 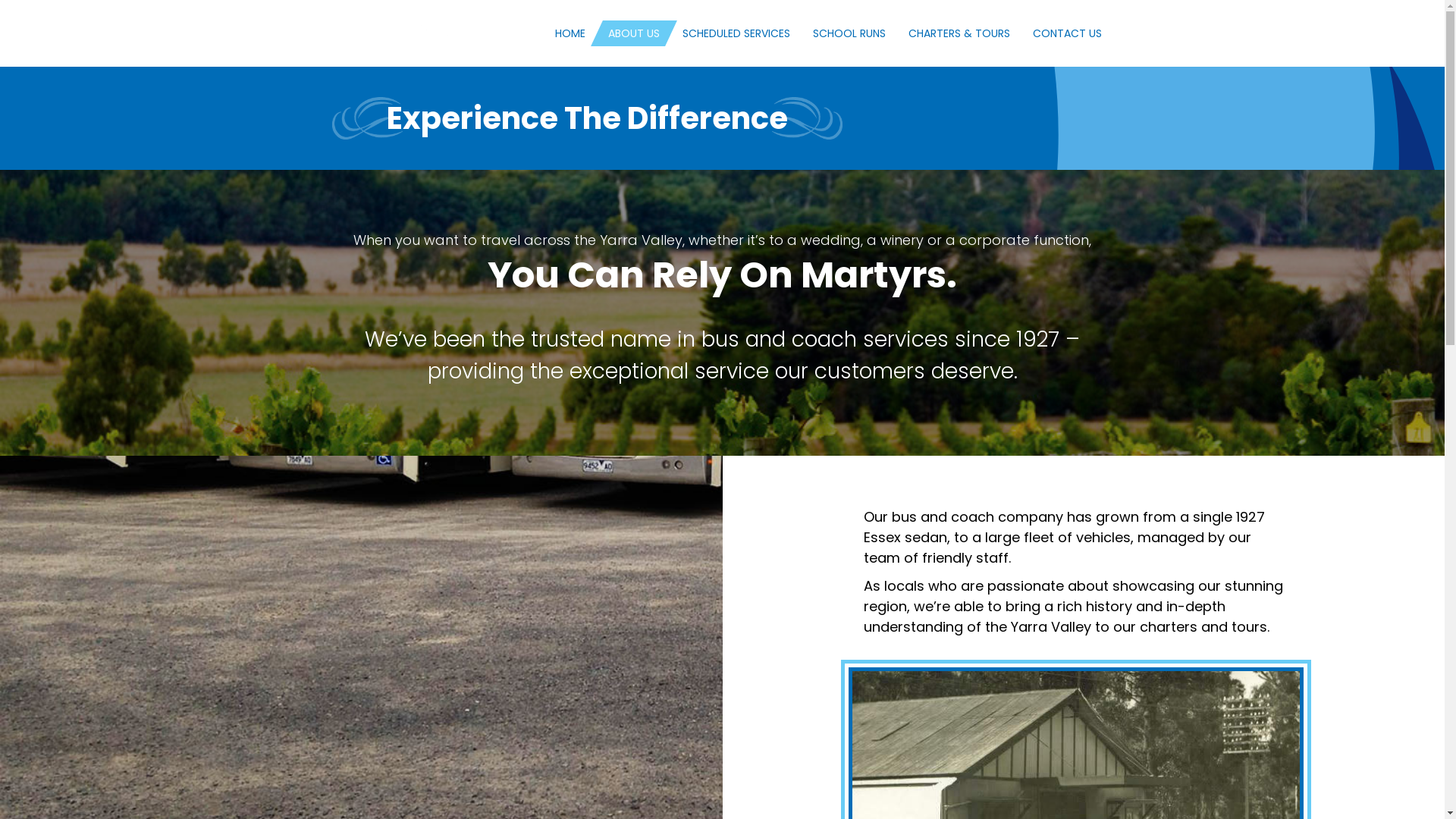 What do you see at coordinates (1060, 33) in the screenshot?
I see `'CONTACT US'` at bounding box center [1060, 33].